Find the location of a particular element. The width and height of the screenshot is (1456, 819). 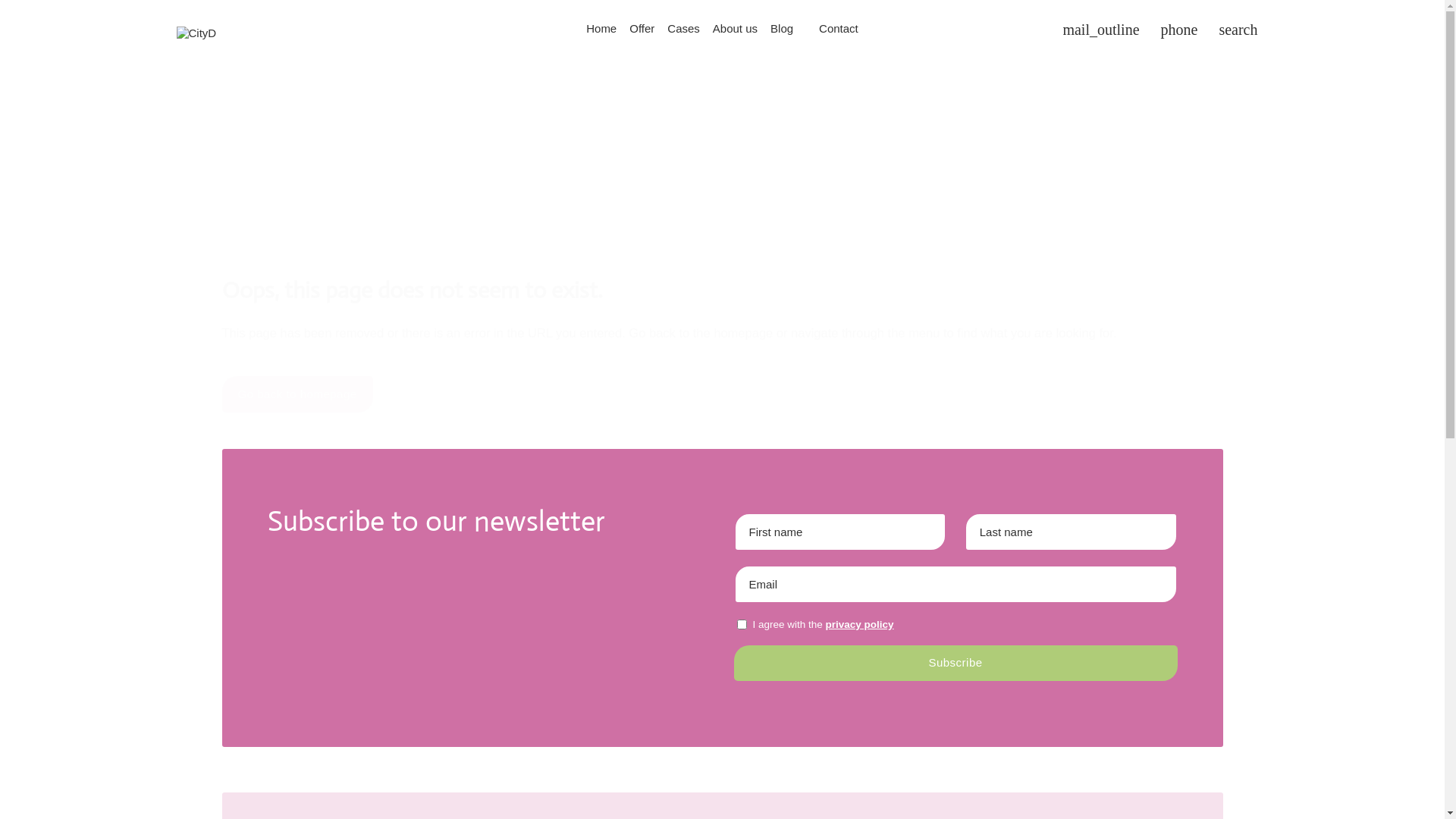

'Blog' is located at coordinates (782, 28).